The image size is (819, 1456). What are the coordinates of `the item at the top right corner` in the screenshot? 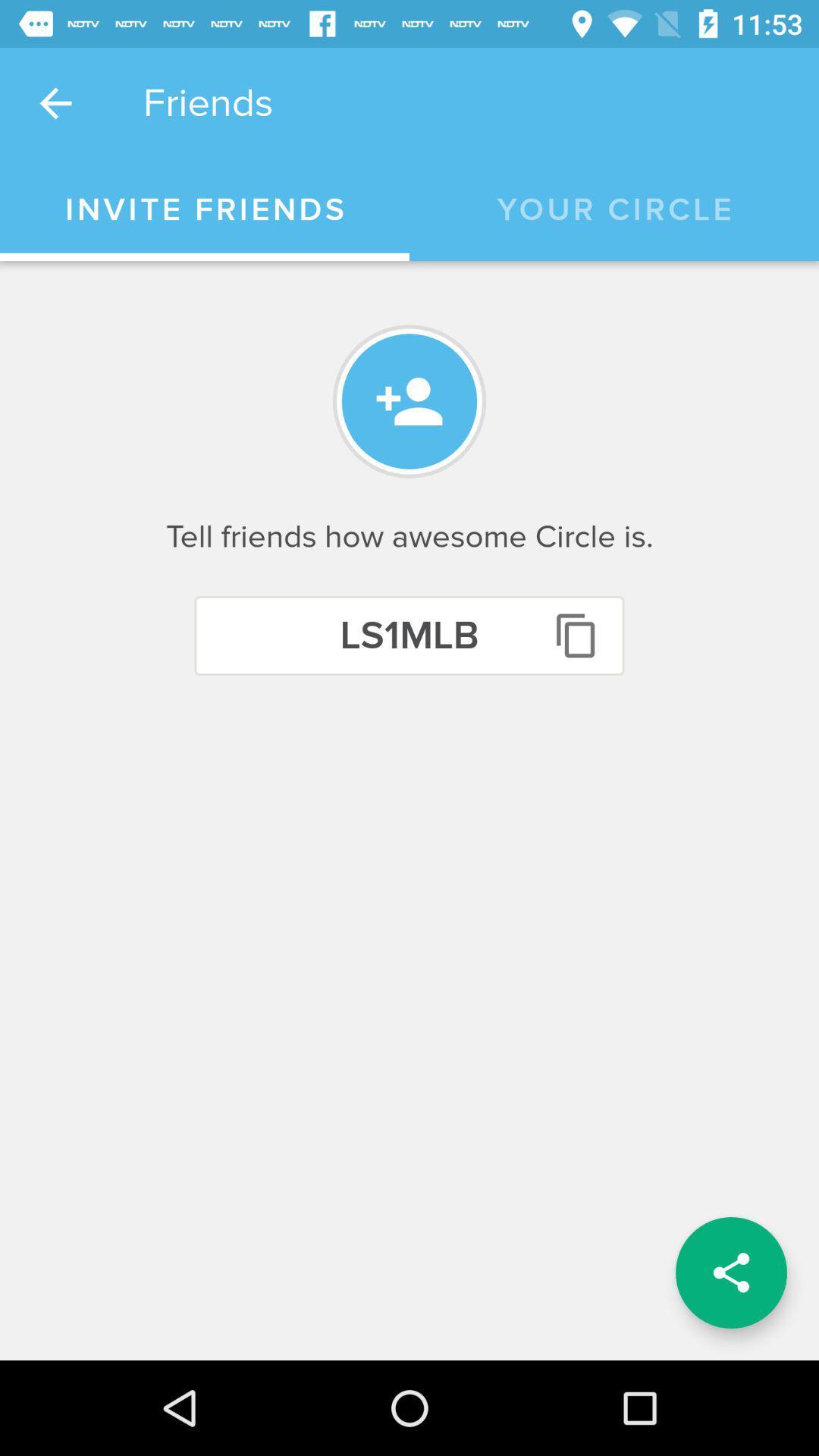 It's located at (614, 209).